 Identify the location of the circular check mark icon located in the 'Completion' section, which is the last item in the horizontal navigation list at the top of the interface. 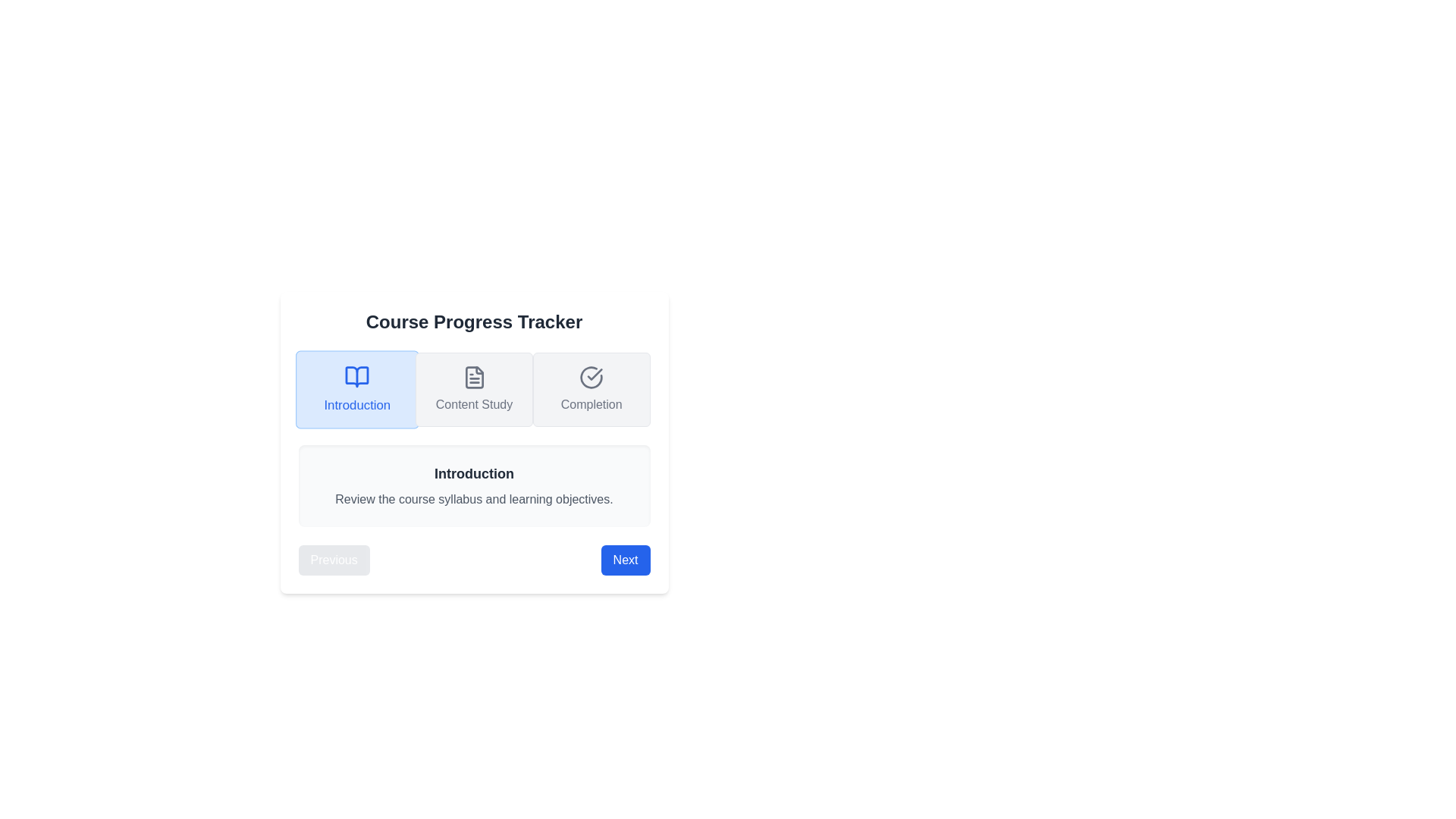
(591, 376).